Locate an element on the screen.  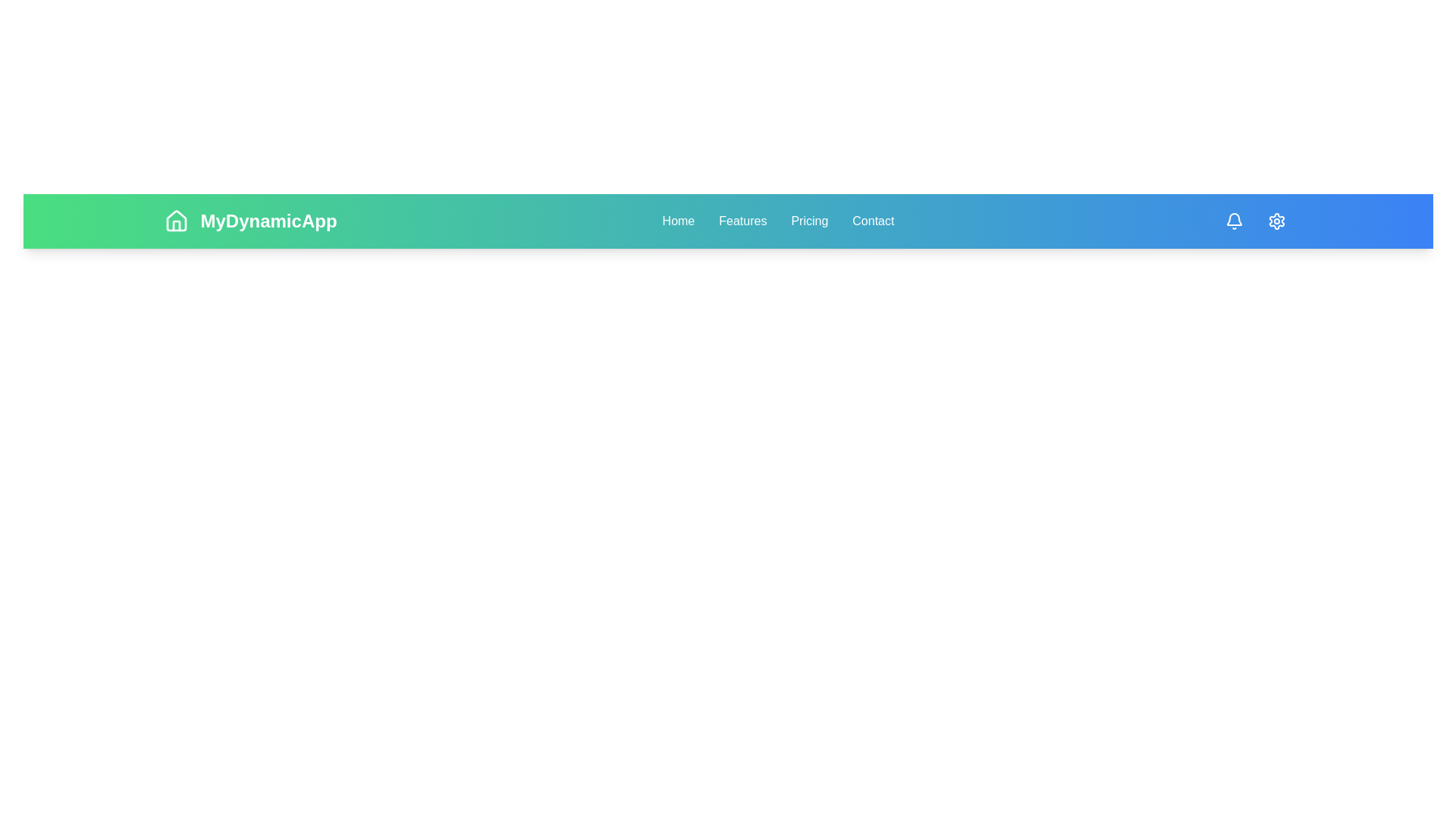
the link labeled Home to observe its hover style is located at coordinates (677, 221).